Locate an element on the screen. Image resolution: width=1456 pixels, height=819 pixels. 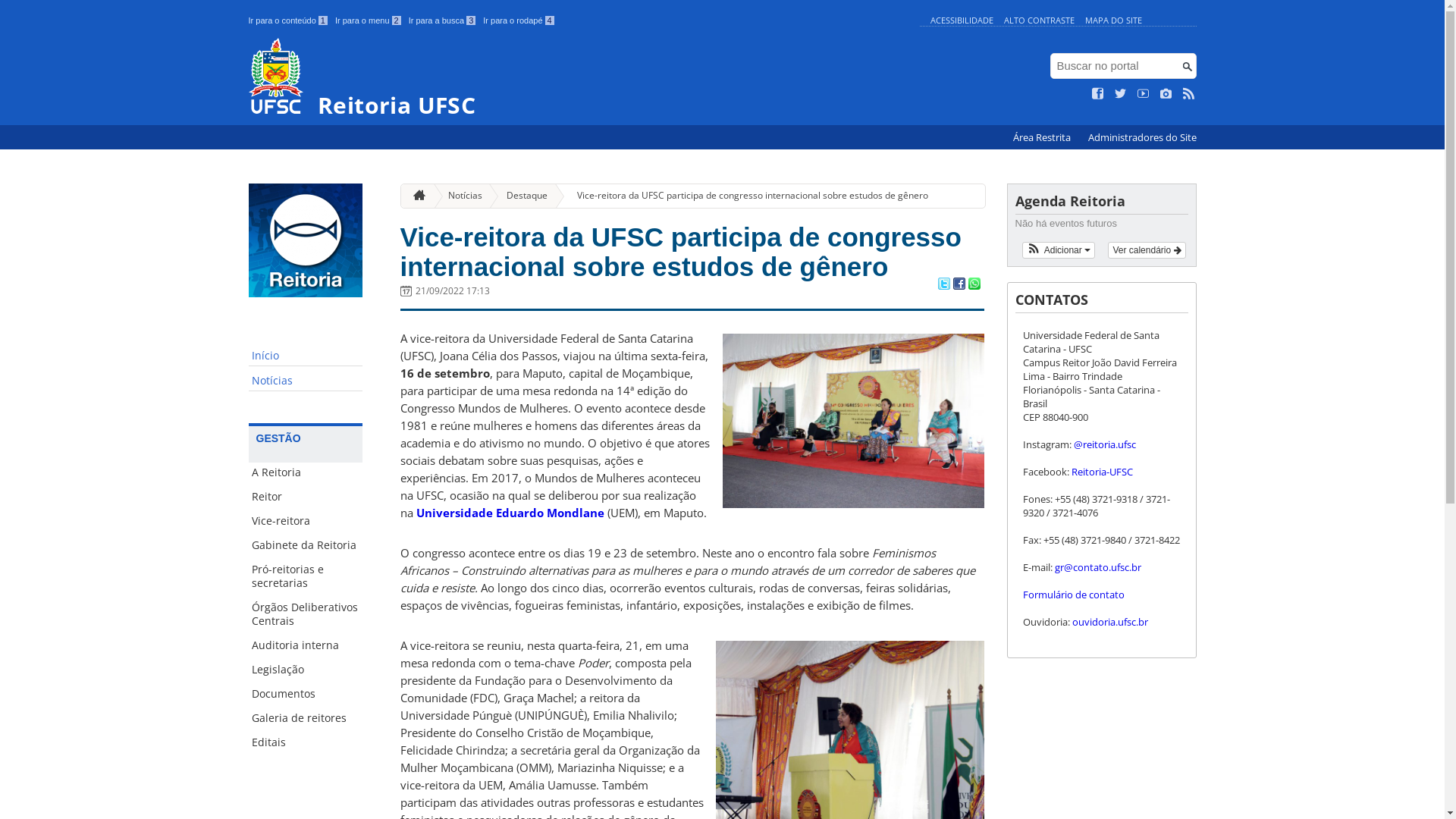
'MAPA DO SITE' is located at coordinates (1112, 20).